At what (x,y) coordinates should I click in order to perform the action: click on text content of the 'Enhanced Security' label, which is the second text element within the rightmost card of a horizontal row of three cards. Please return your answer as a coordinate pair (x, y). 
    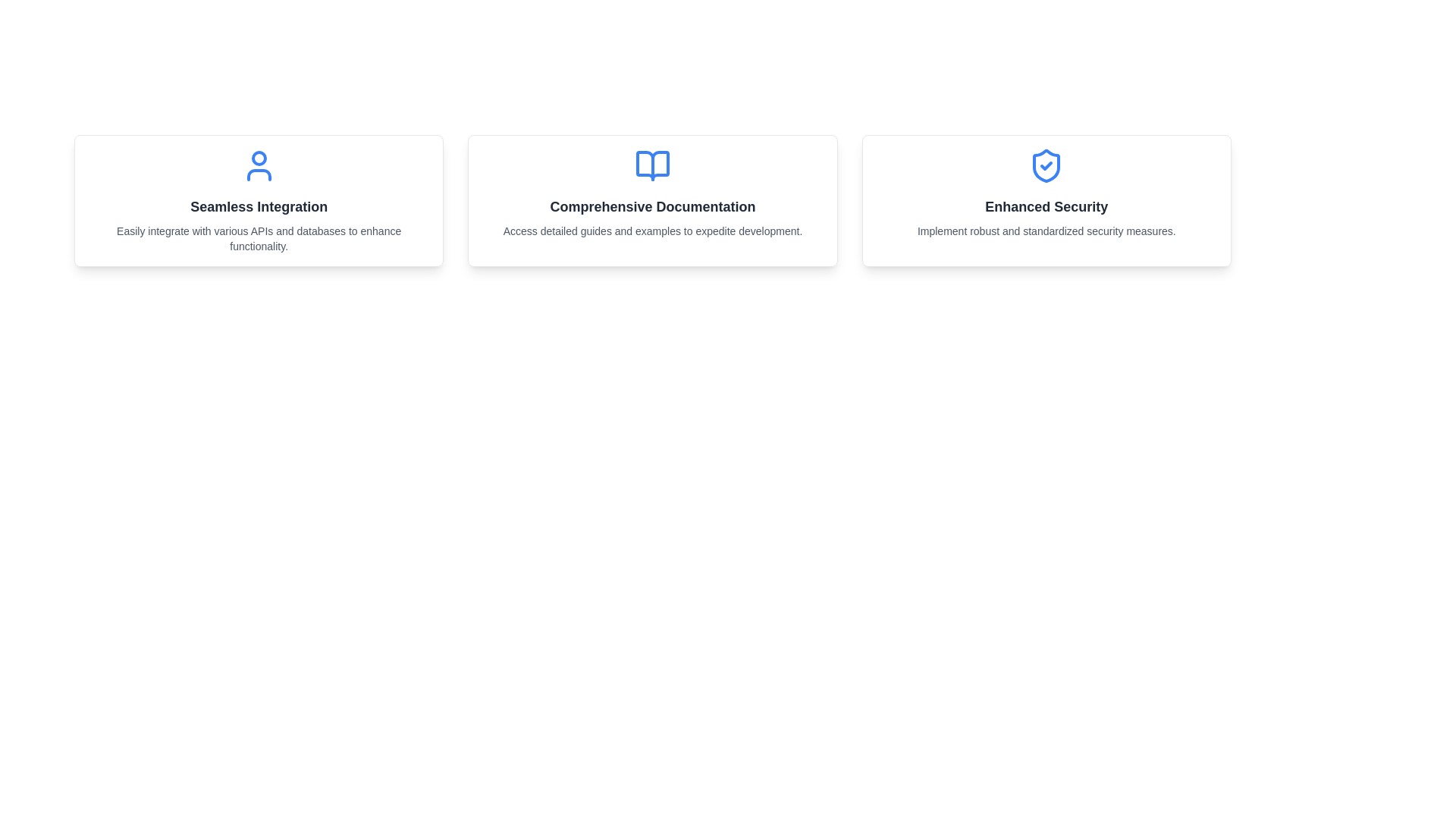
    Looking at the image, I should click on (1046, 207).